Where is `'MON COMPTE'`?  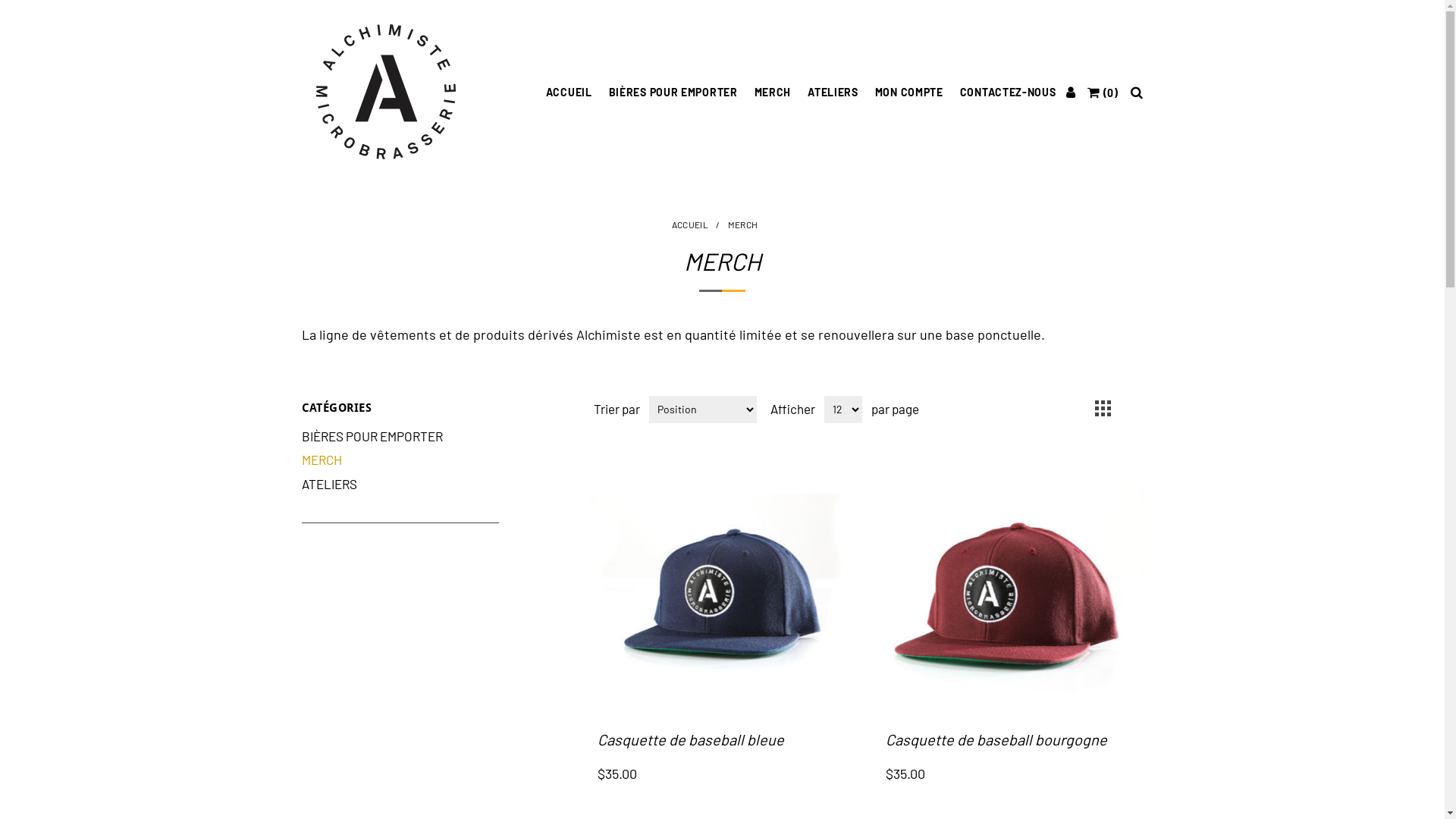 'MON COMPTE' is located at coordinates (909, 93).